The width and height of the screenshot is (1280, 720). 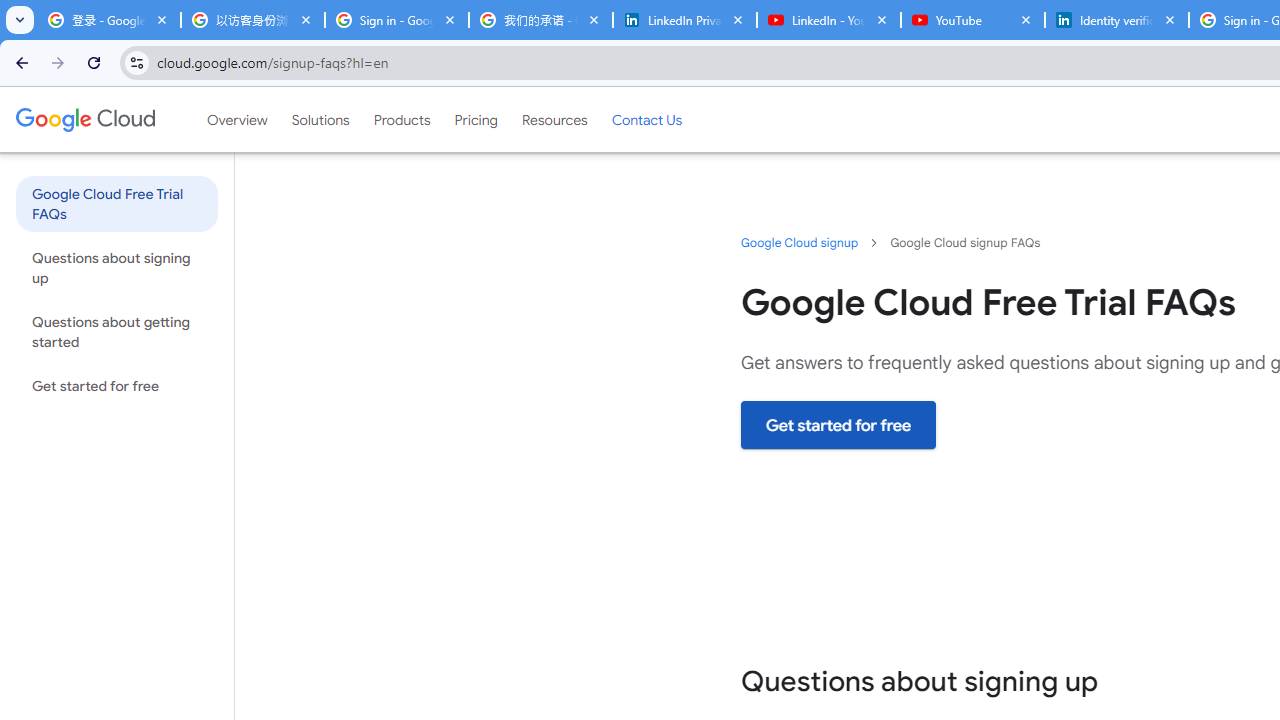 What do you see at coordinates (684, 20) in the screenshot?
I see `'LinkedIn Privacy Policy'` at bounding box center [684, 20].